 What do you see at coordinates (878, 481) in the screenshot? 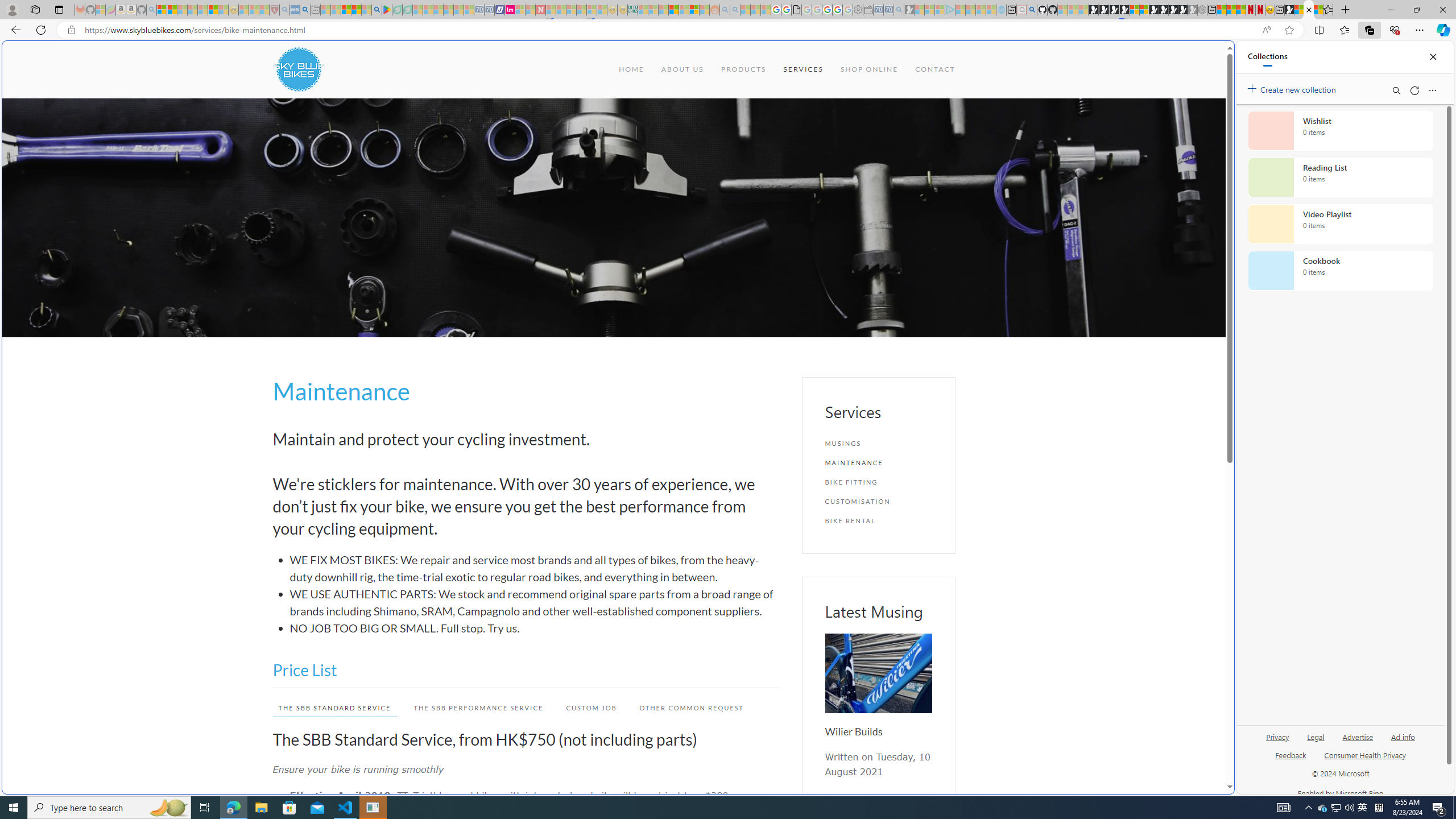
I see `'BIKE FITTING'` at bounding box center [878, 481].